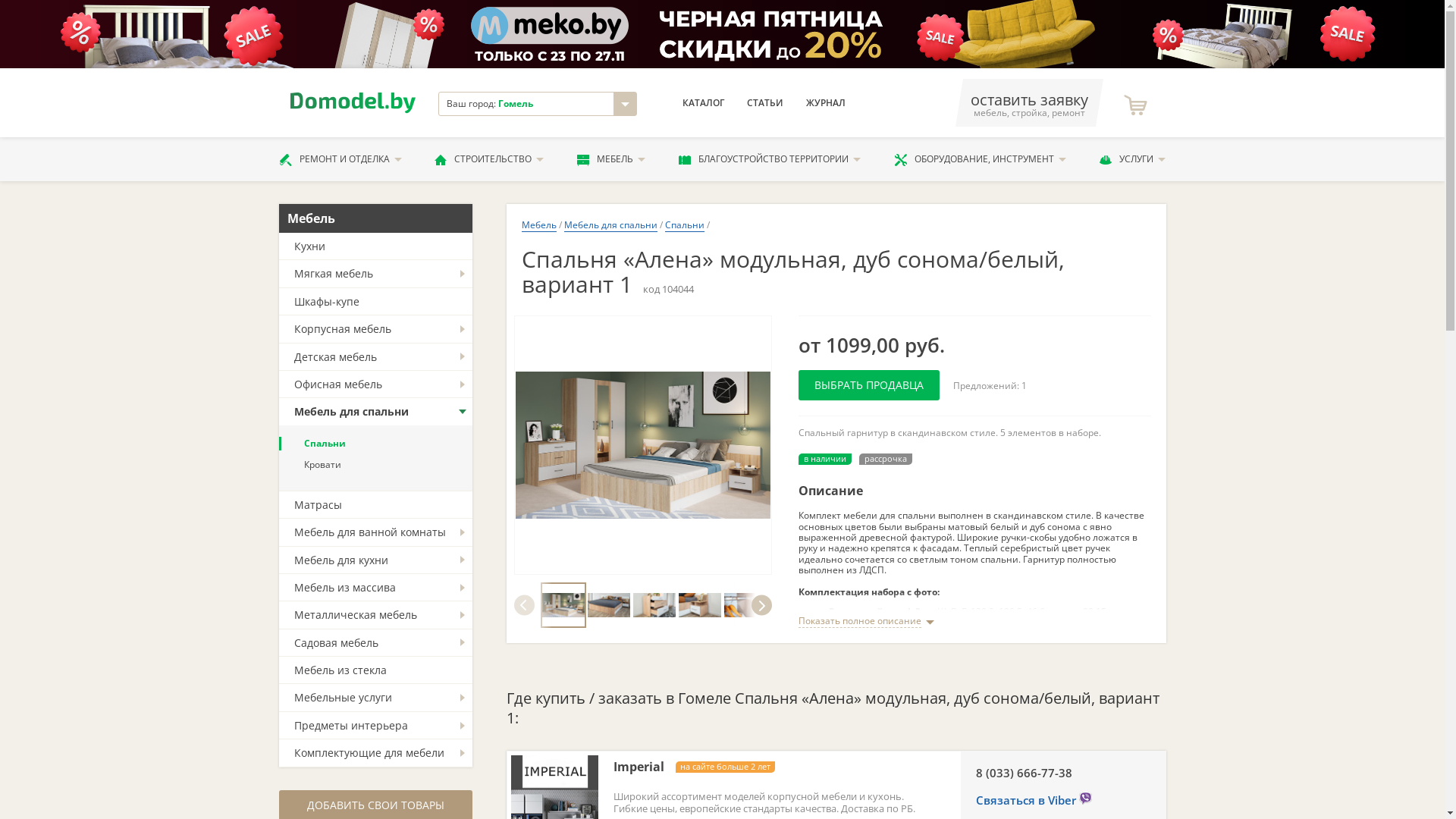 The image size is (1456, 819). I want to click on 'Imperial', so click(612, 767).